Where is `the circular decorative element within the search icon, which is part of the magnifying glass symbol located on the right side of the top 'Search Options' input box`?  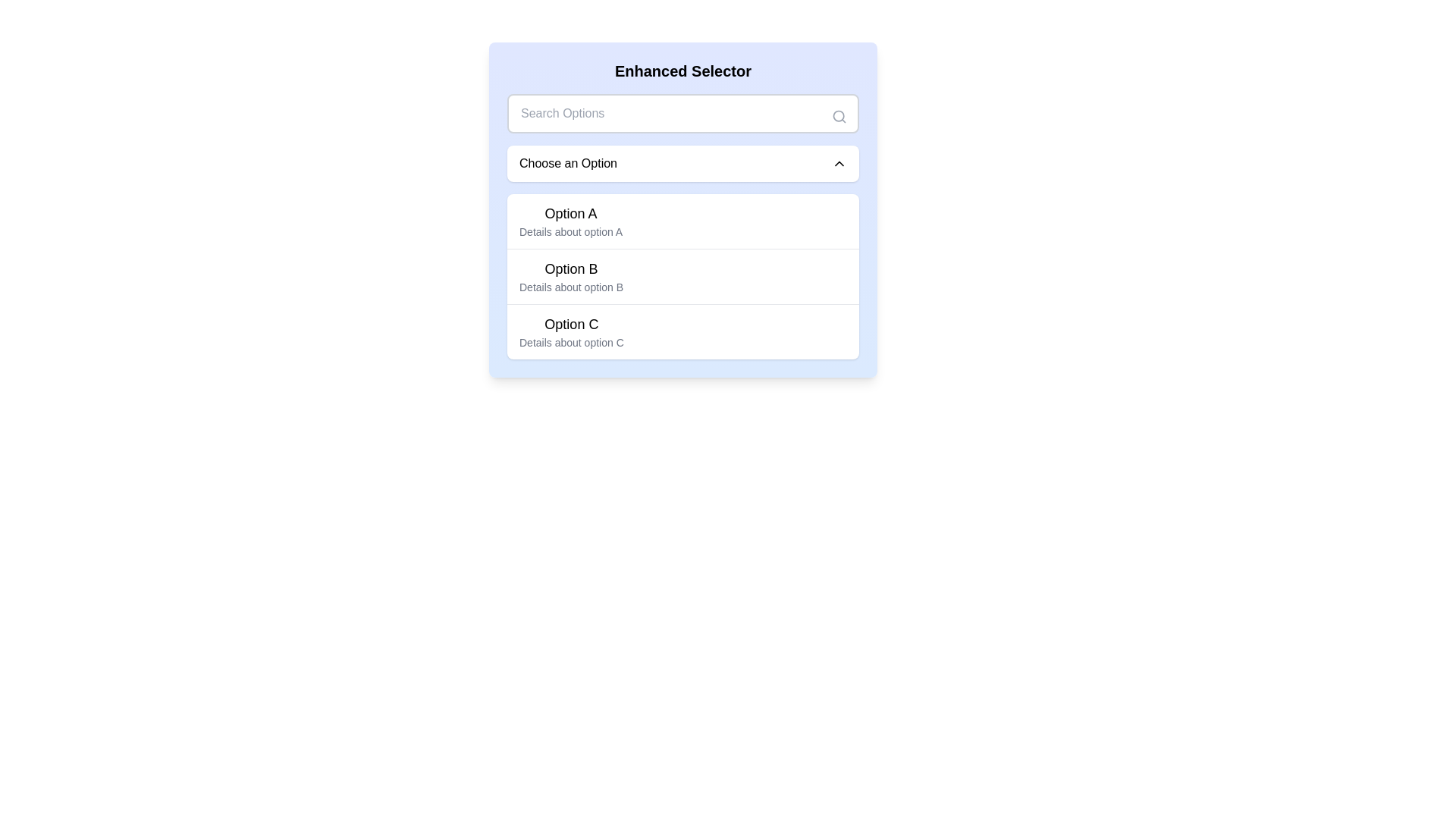
the circular decorative element within the search icon, which is part of the magnifying glass symbol located on the right side of the top 'Search Options' input box is located at coordinates (838, 115).